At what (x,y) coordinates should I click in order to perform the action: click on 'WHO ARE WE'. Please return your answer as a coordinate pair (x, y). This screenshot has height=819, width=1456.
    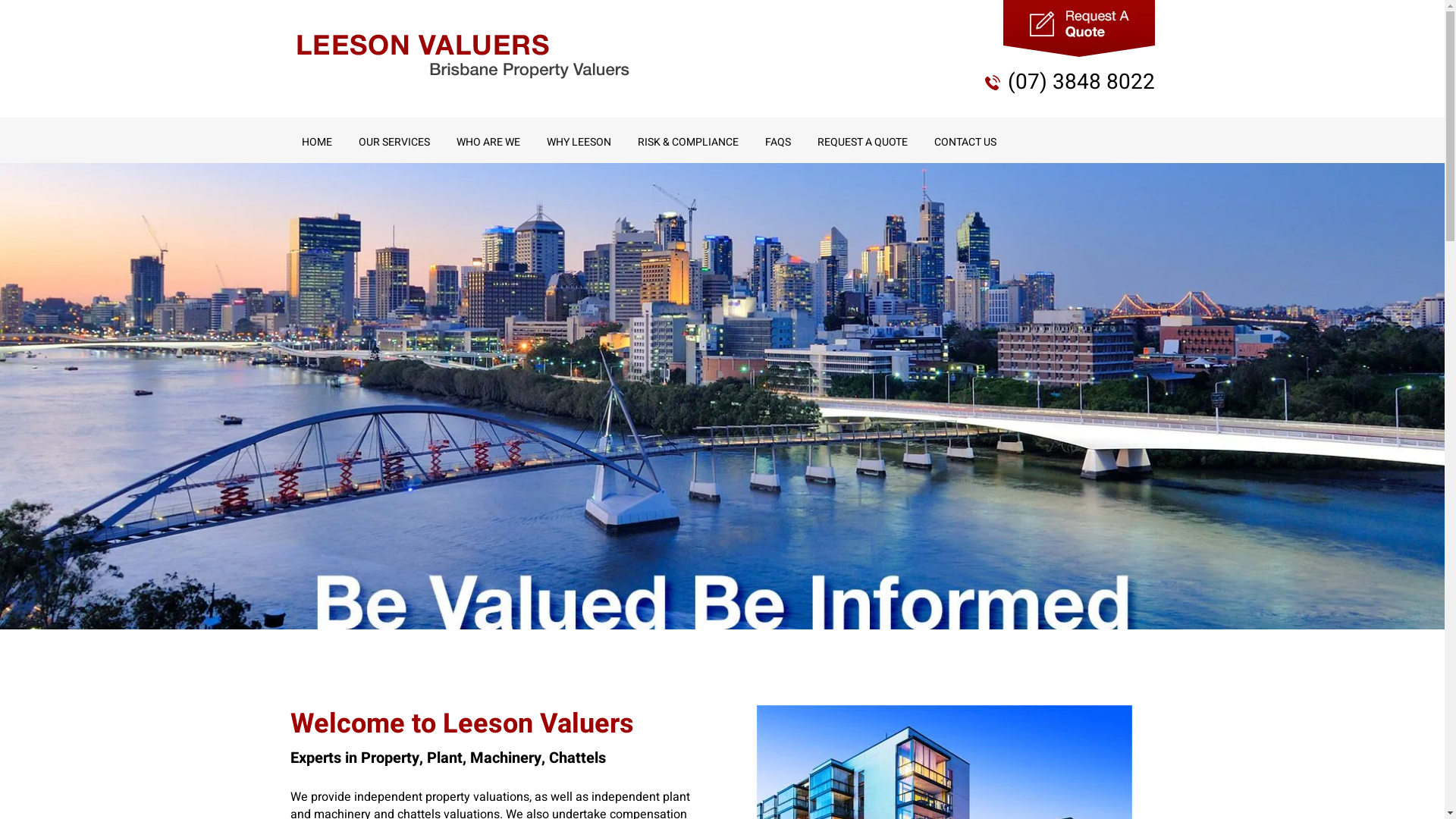
    Looking at the image, I should click on (488, 142).